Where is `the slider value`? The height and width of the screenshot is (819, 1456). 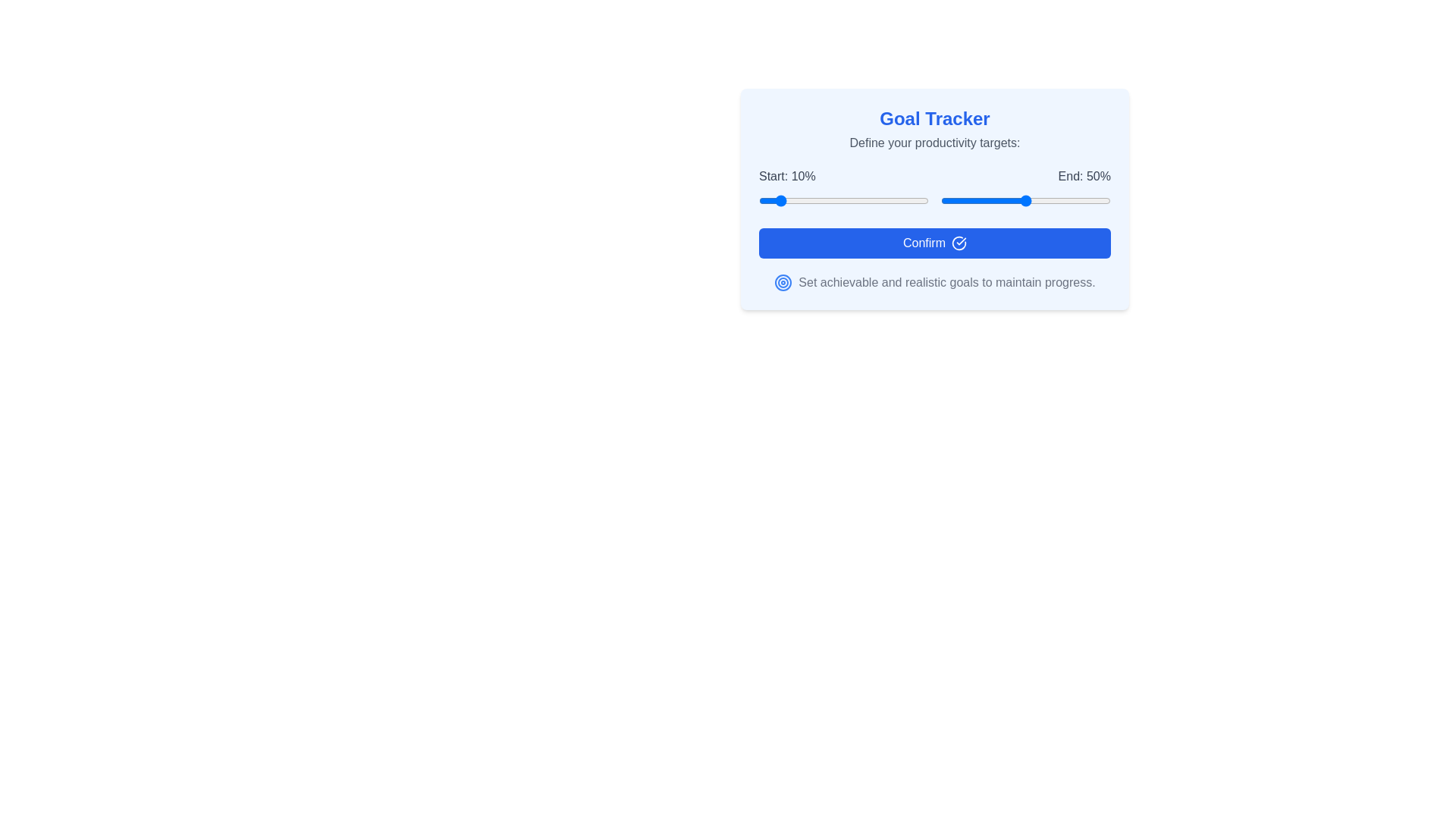
the slider value is located at coordinates (834, 200).